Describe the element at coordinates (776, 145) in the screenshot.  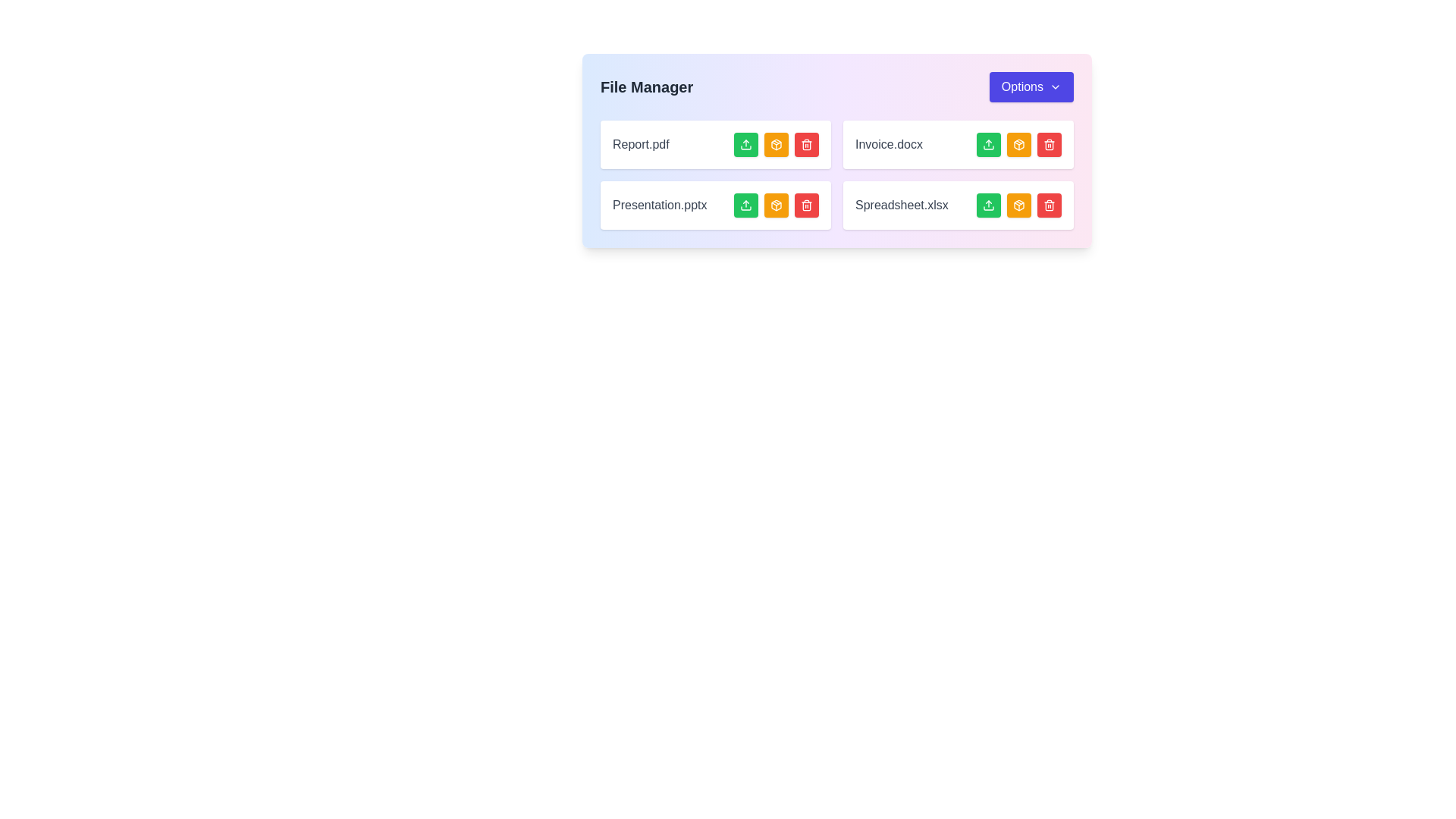
I see `the amber button with a white package box icon, which is the second button in a row of three buttons next to 'Report.pdf', to archive the file` at that location.